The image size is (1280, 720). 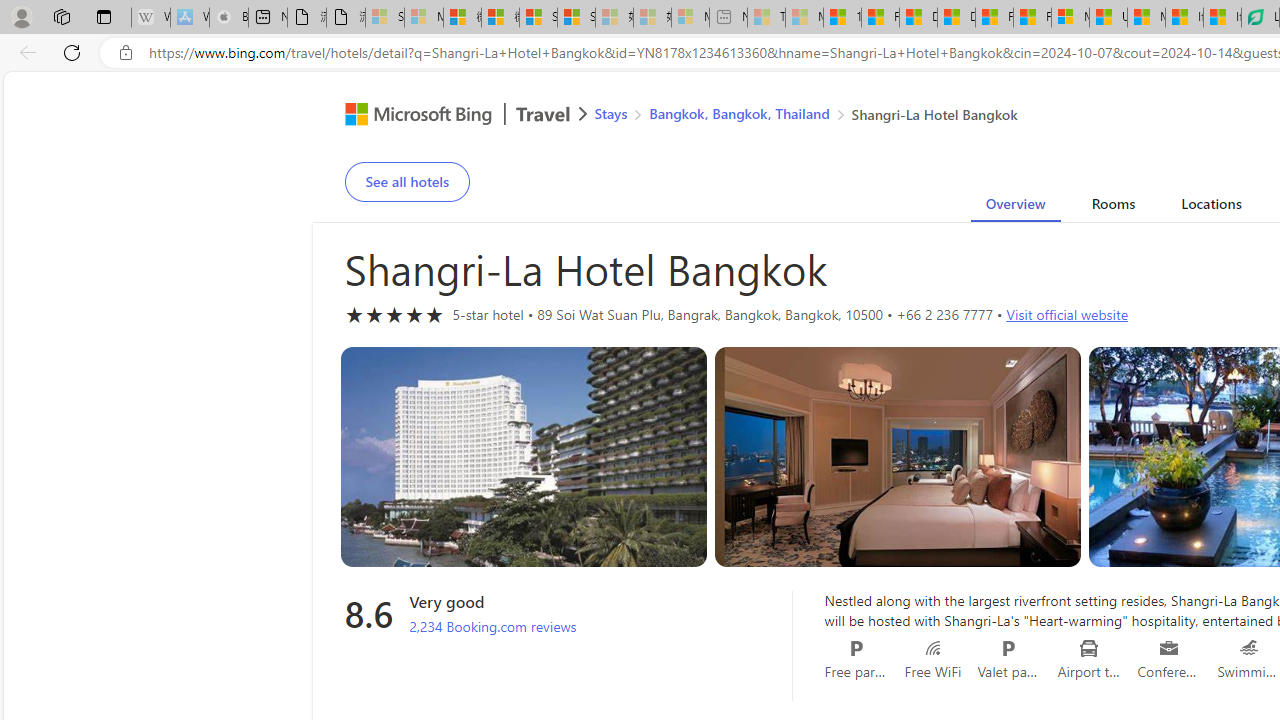 I want to click on 'Stays', so click(x=610, y=113).